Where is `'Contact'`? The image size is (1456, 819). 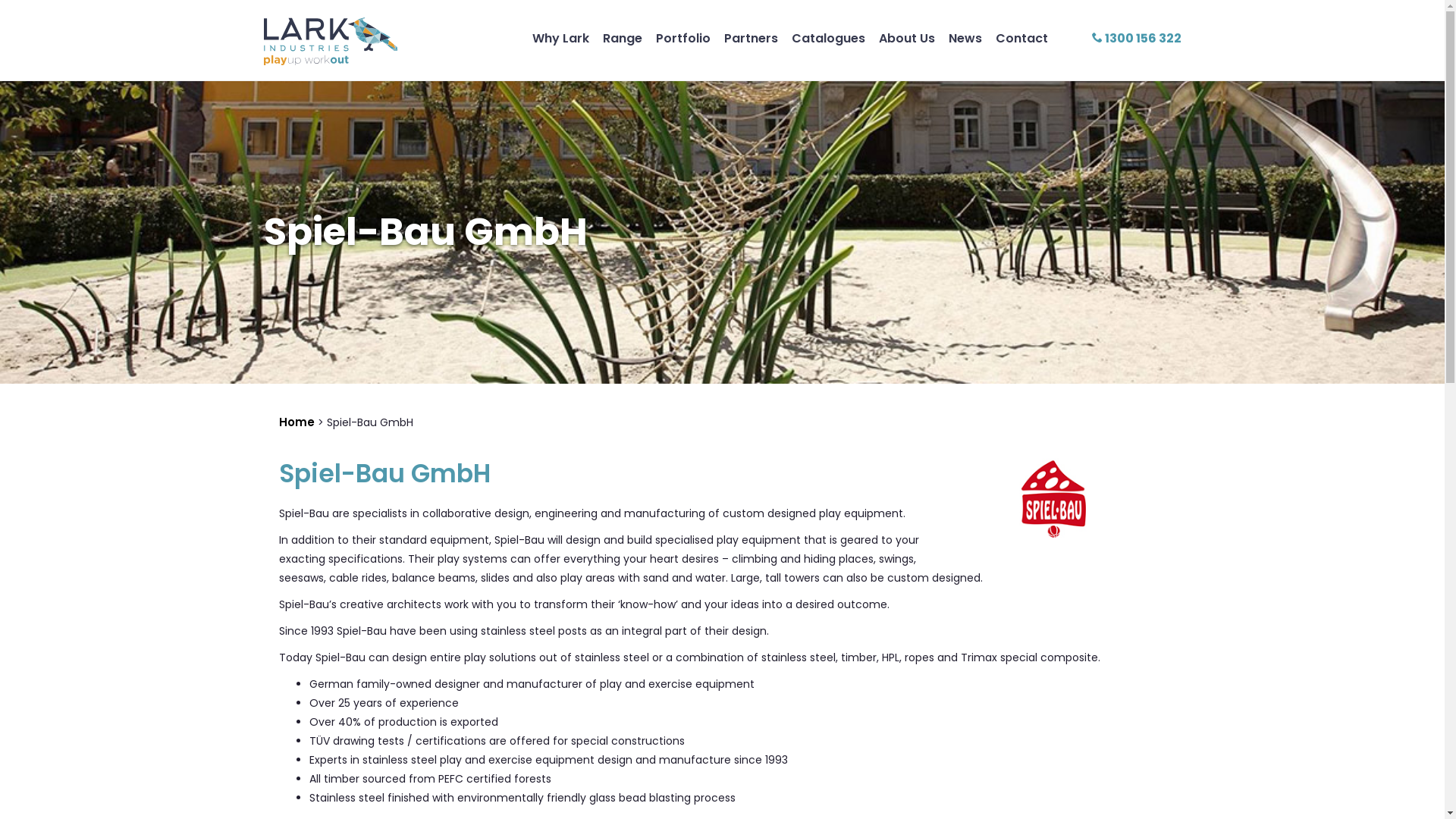 'Contact' is located at coordinates (1021, 37).